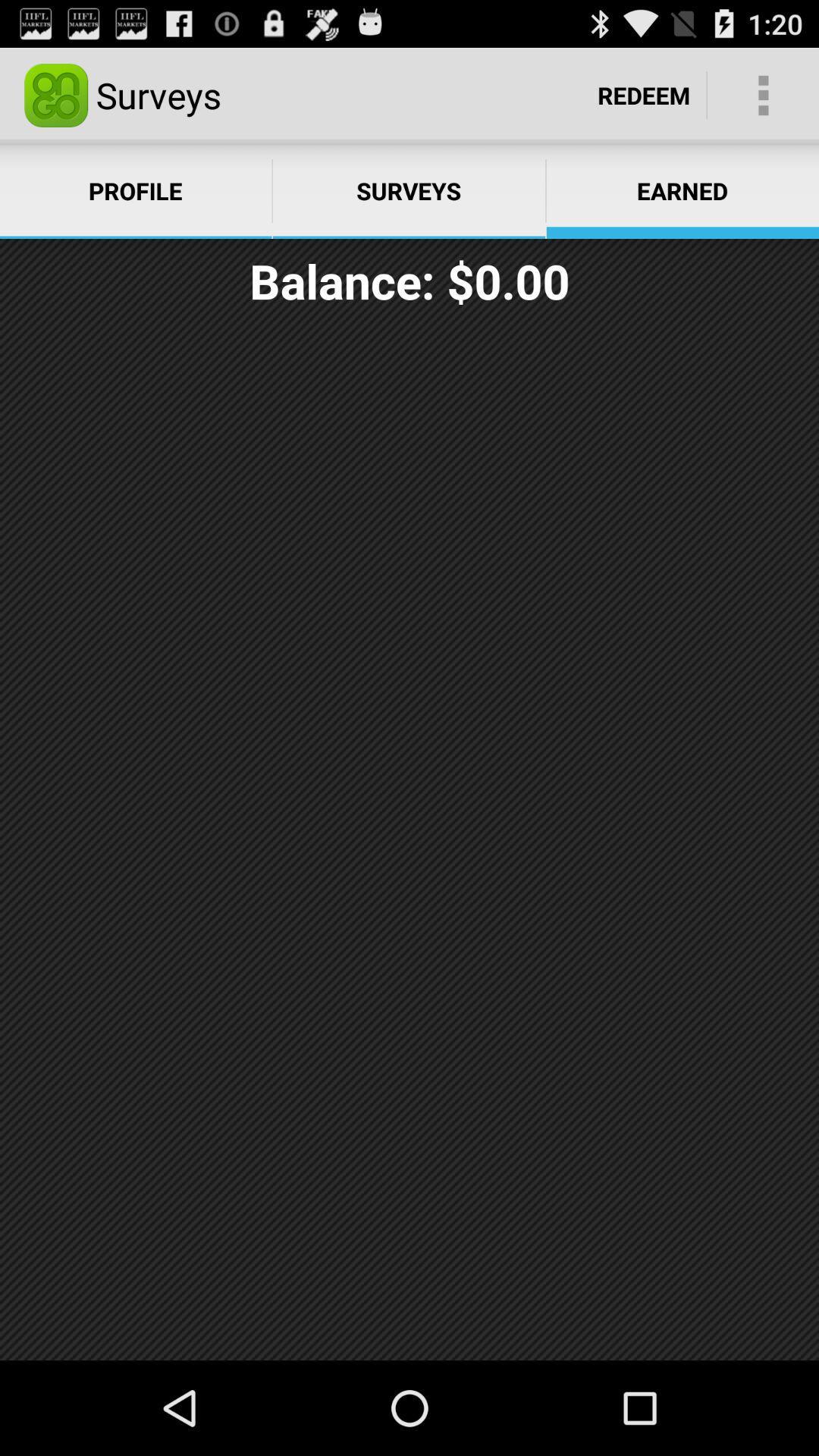  What do you see at coordinates (644, 94) in the screenshot?
I see `app to the right of surveys icon` at bounding box center [644, 94].